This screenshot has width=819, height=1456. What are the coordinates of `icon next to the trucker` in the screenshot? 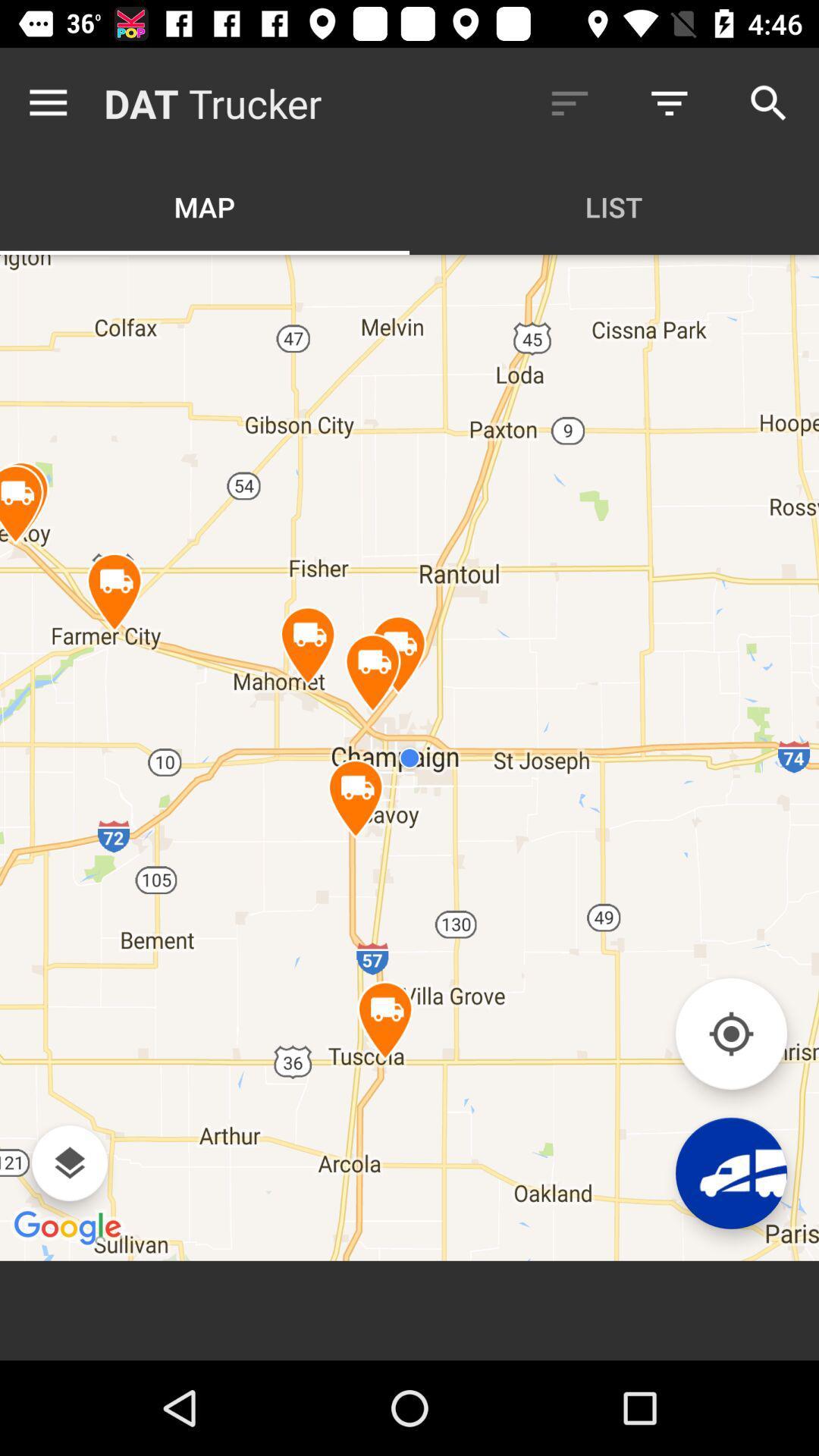 It's located at (570, 102).